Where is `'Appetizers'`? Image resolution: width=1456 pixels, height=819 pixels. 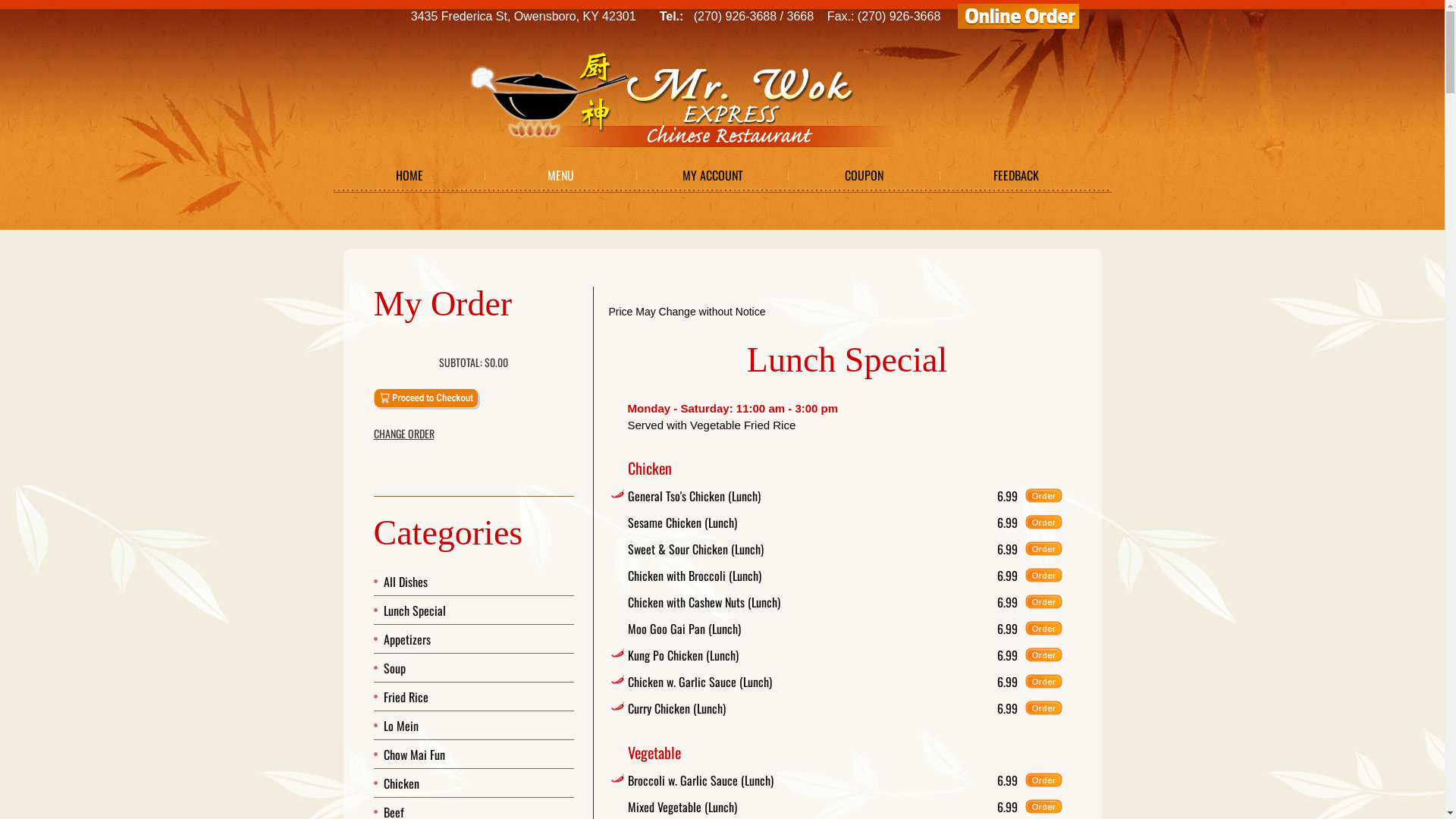
'Appetizers' is located at coordinates (407, 639).